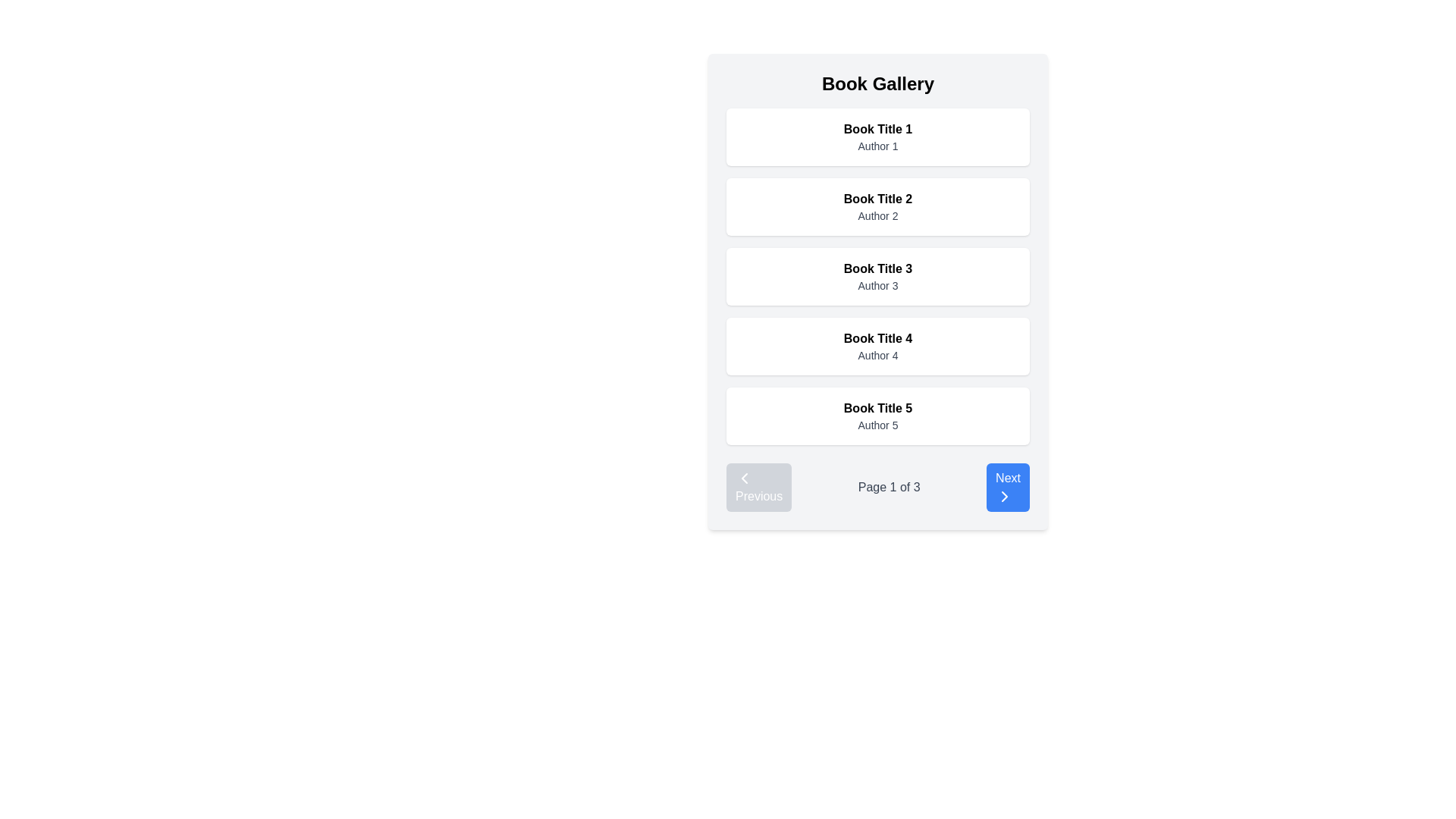 The height and width of the screenshot is (819, 1456). What do you see at coordinates (877, 277) in the screenshot?
I see `the list item displaying 'Book Title 3' and 'Author 3', which is the third item in the vertical list` at bounding box center [877, 277].